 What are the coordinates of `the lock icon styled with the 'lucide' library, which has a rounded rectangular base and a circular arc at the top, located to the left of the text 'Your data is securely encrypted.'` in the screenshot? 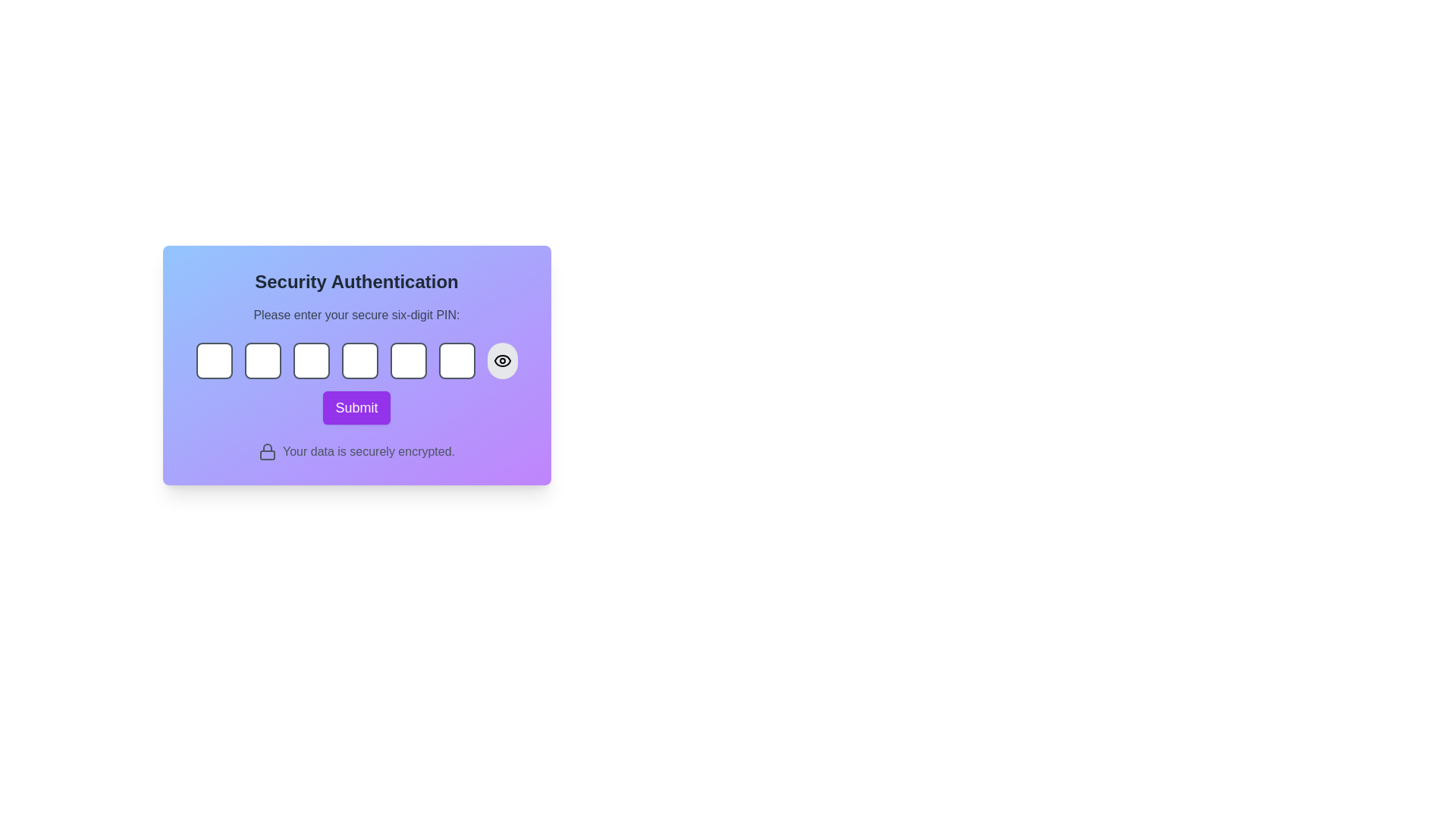 It's located at (267, 451).